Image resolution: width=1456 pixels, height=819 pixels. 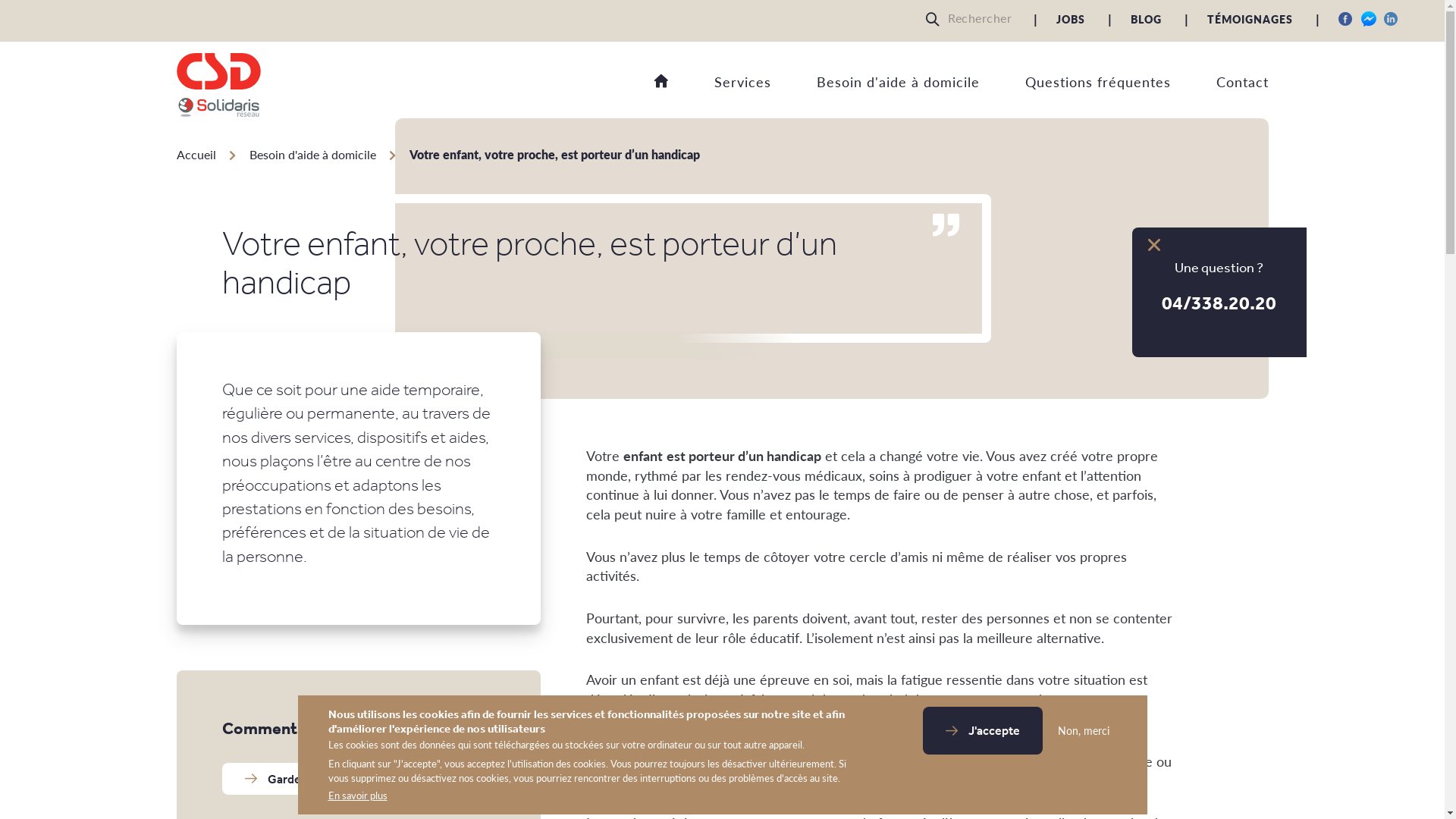 I want to click on 'BLOG', so click(x=1146, y=18).